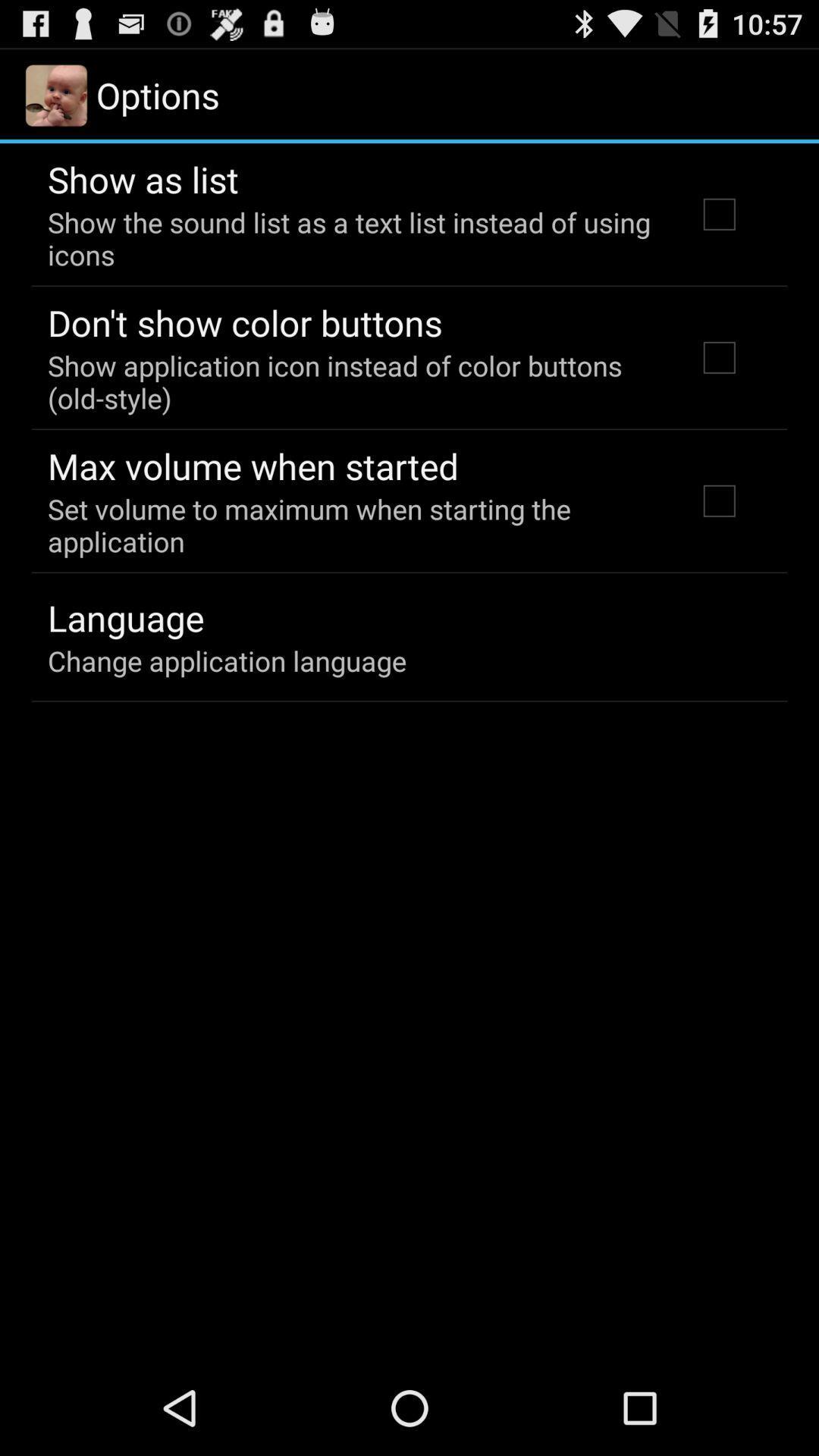  Describe the element at coordinates (351, 381) in the screenshot. I see `the show application icon item` at that location.